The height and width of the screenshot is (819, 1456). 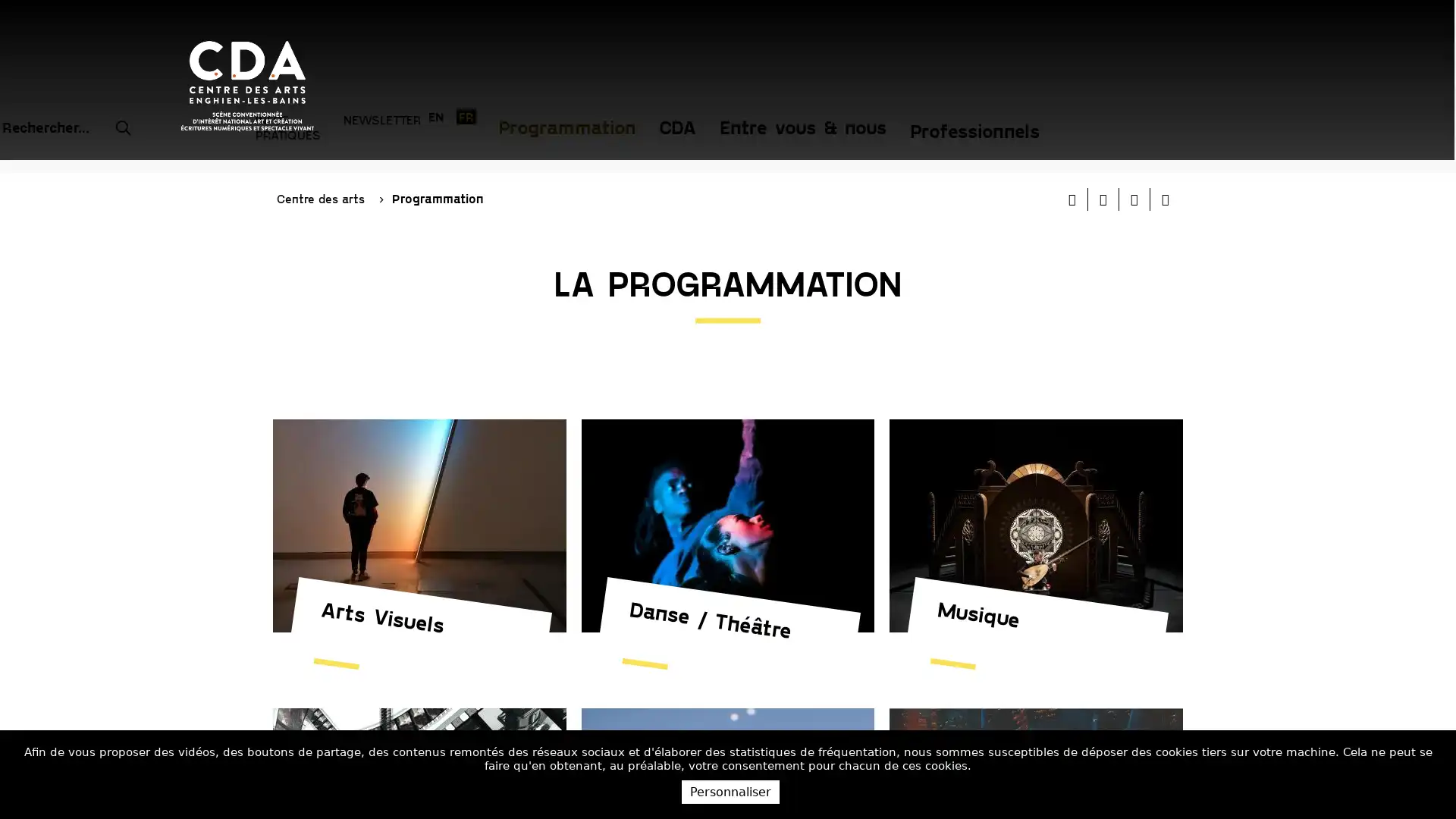 I want to click on Rechercher sur tout le site, so click(x=767, y=30).